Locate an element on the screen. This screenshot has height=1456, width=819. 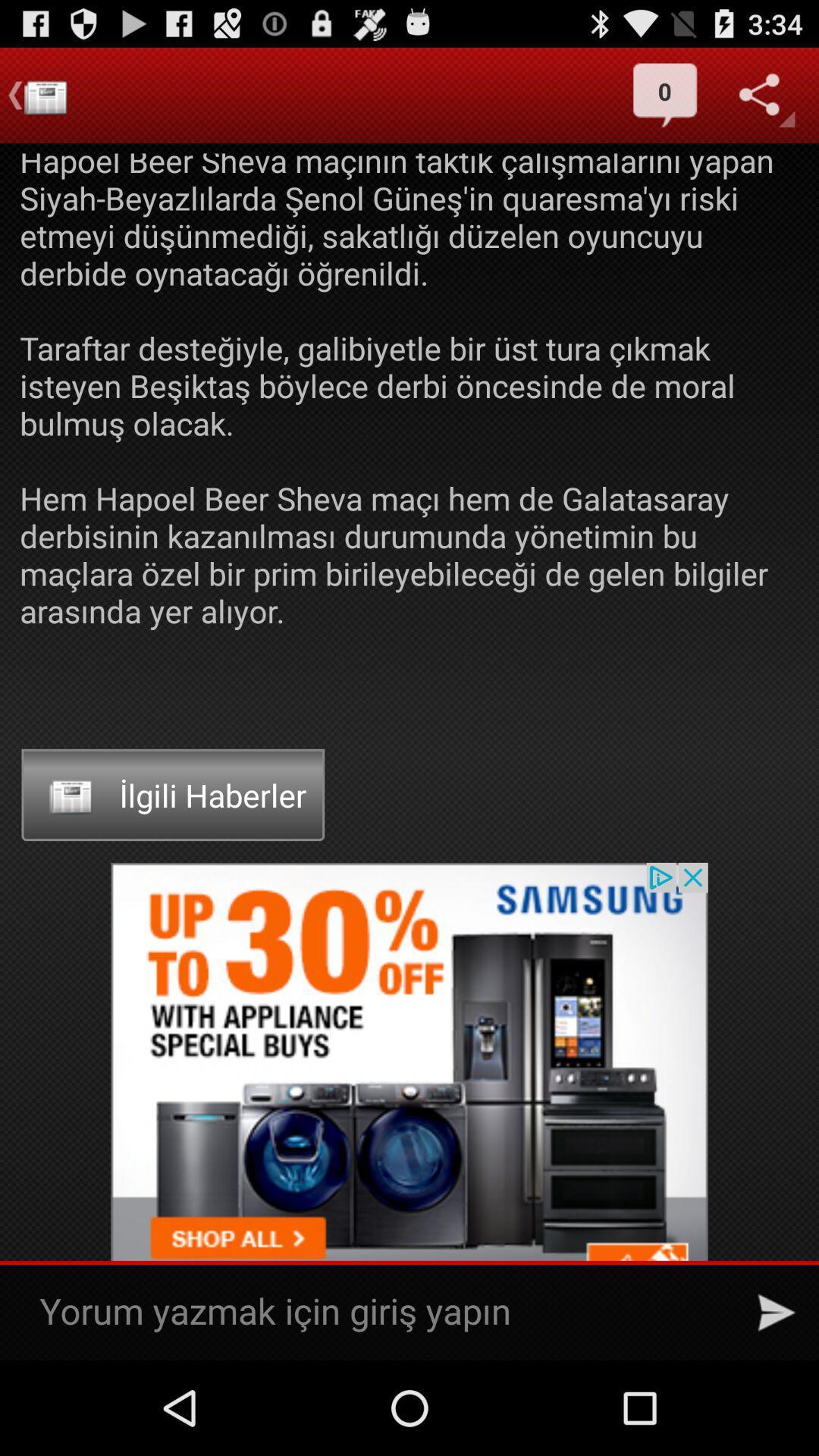
send message is located at coordinates (777, 1312).